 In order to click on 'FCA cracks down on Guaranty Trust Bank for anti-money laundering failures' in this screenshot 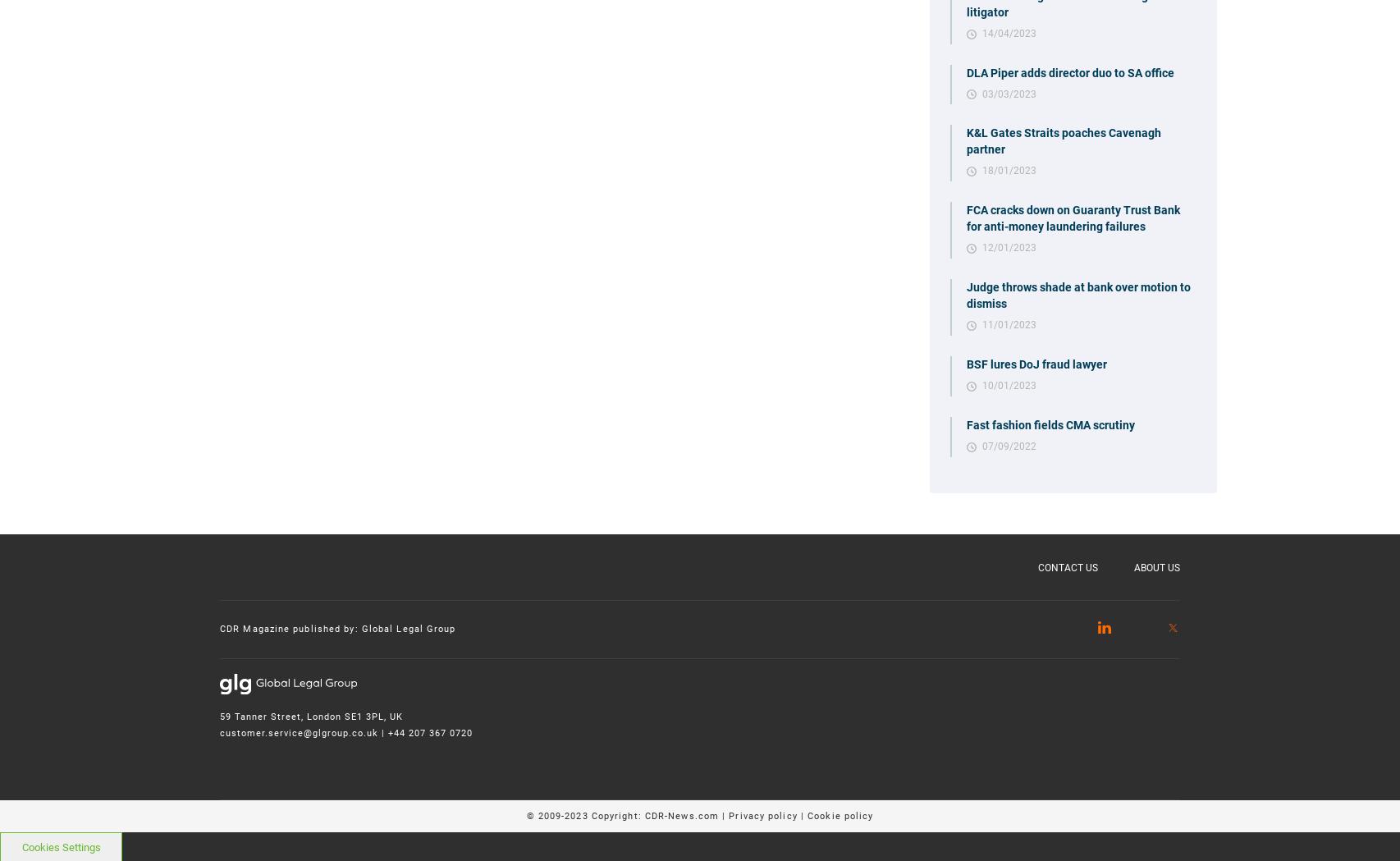, I will do `click(966, 218)`.